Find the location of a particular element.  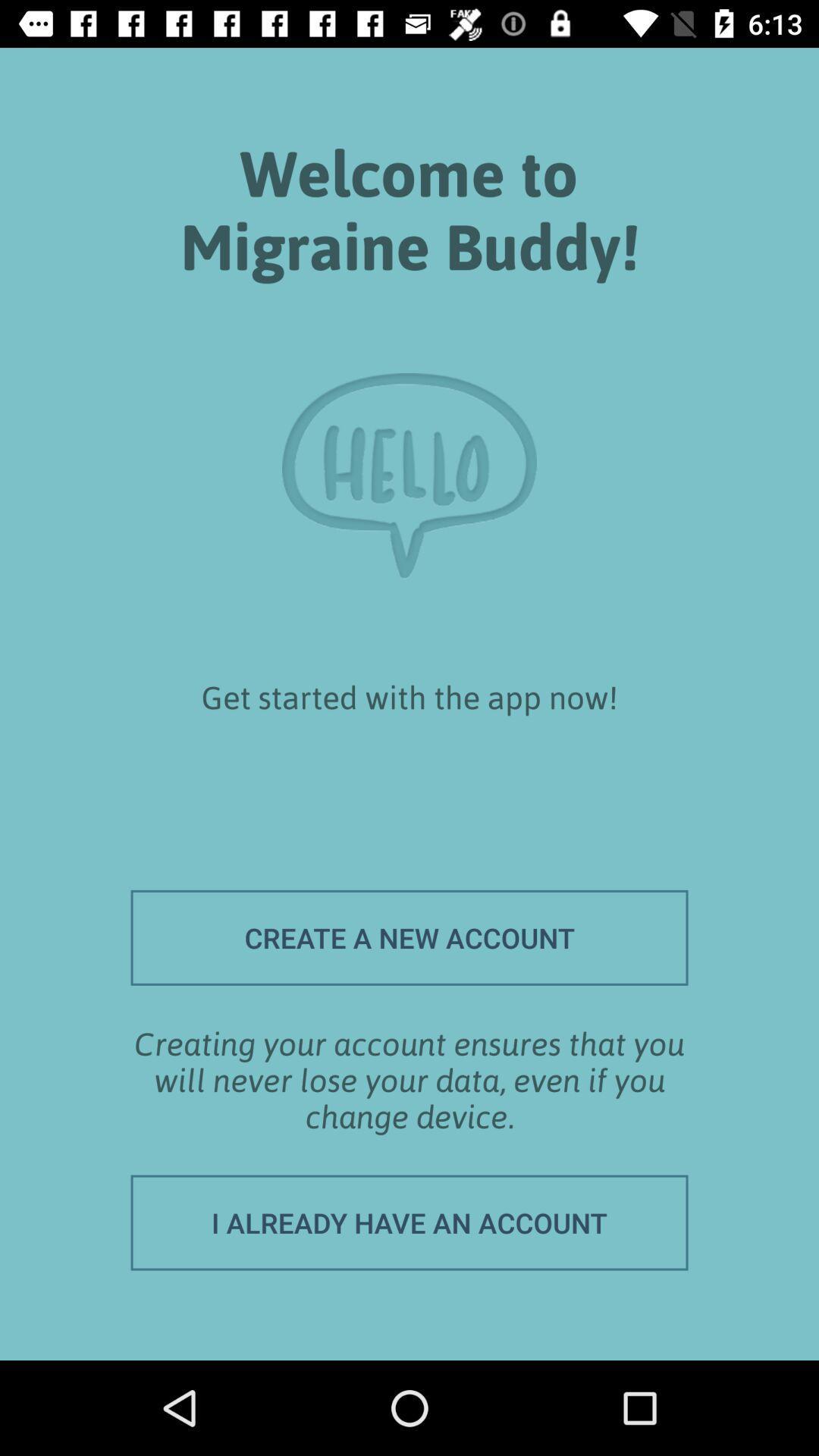

the create a new item is located at coordinates (409, 937).